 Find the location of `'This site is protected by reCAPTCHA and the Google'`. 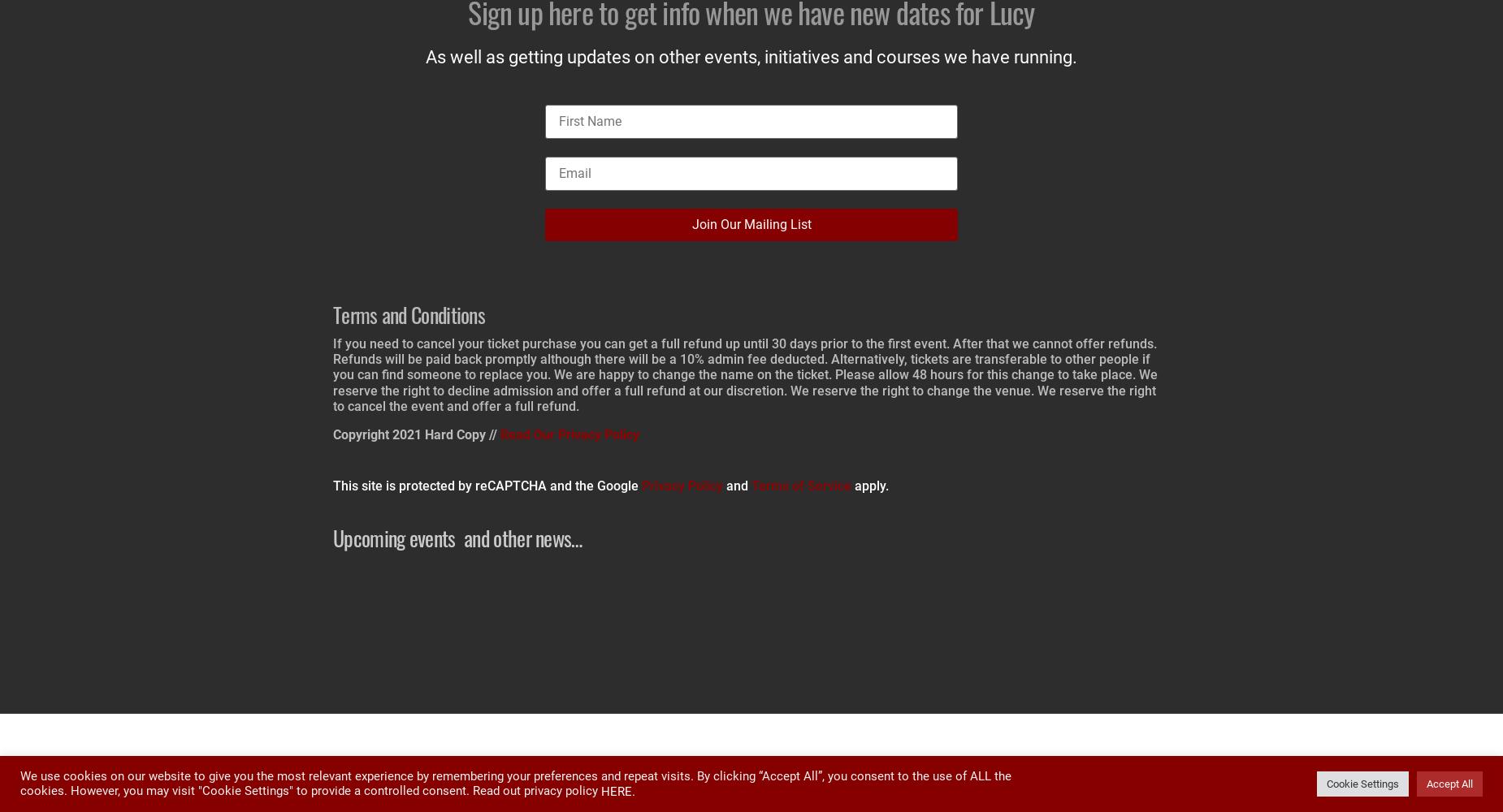

'This site is protected by reCAPTCHA and the Google' is located at coordinates (487, 485).